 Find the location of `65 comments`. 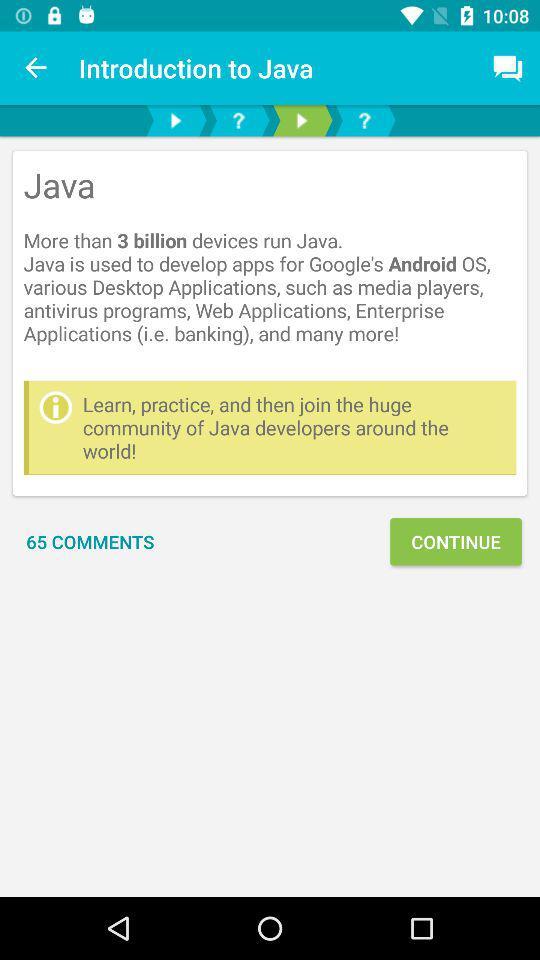

65 comments is located at coordinates (89, 541).